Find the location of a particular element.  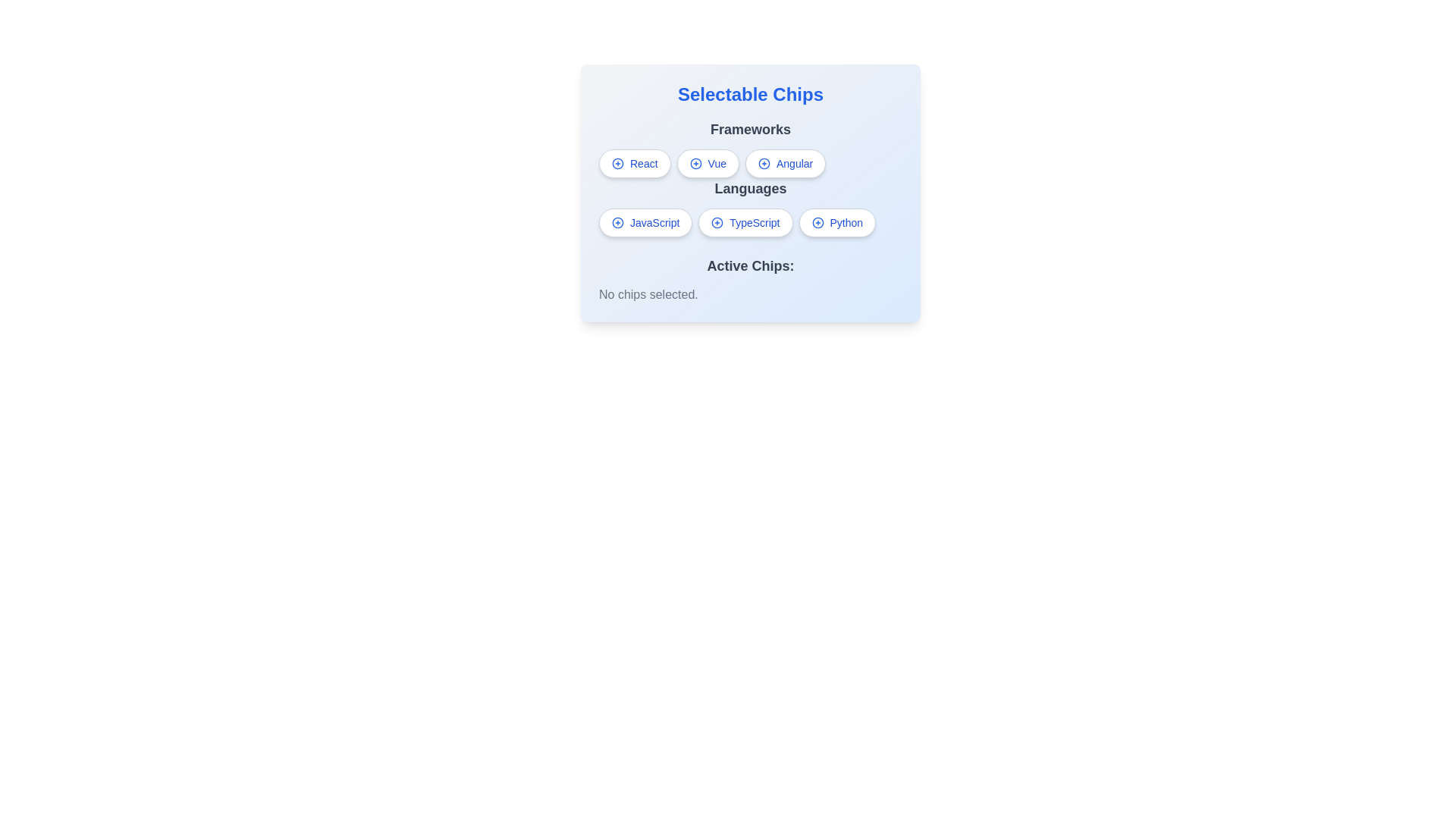

the 'Languages' chip group is located at coordinates (750, 207).